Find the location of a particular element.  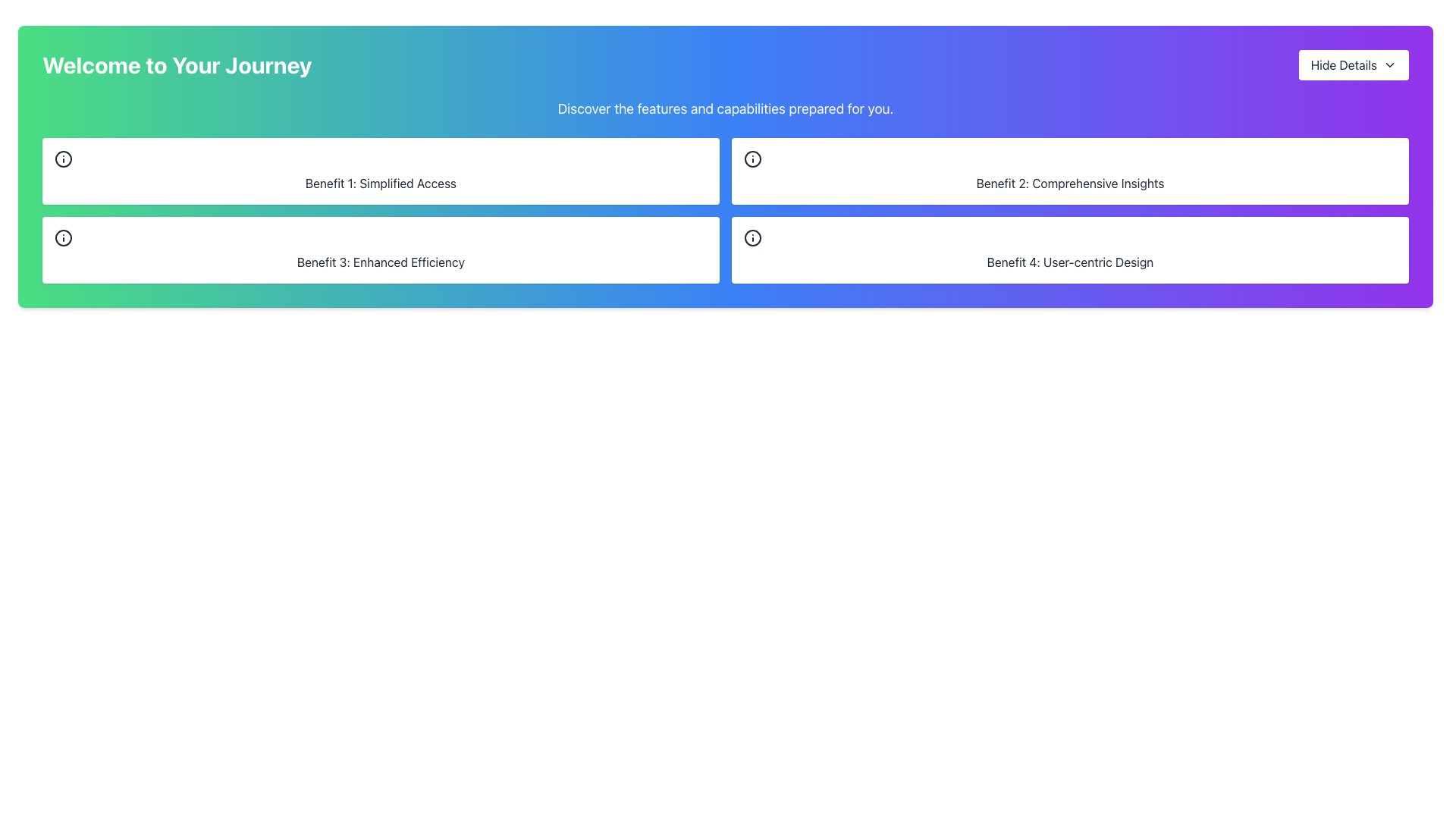

the informational icon located in the center-left of the card labeled 'Benefit 3: Enhanced Efficiency' is located at coordinates (62, 237).